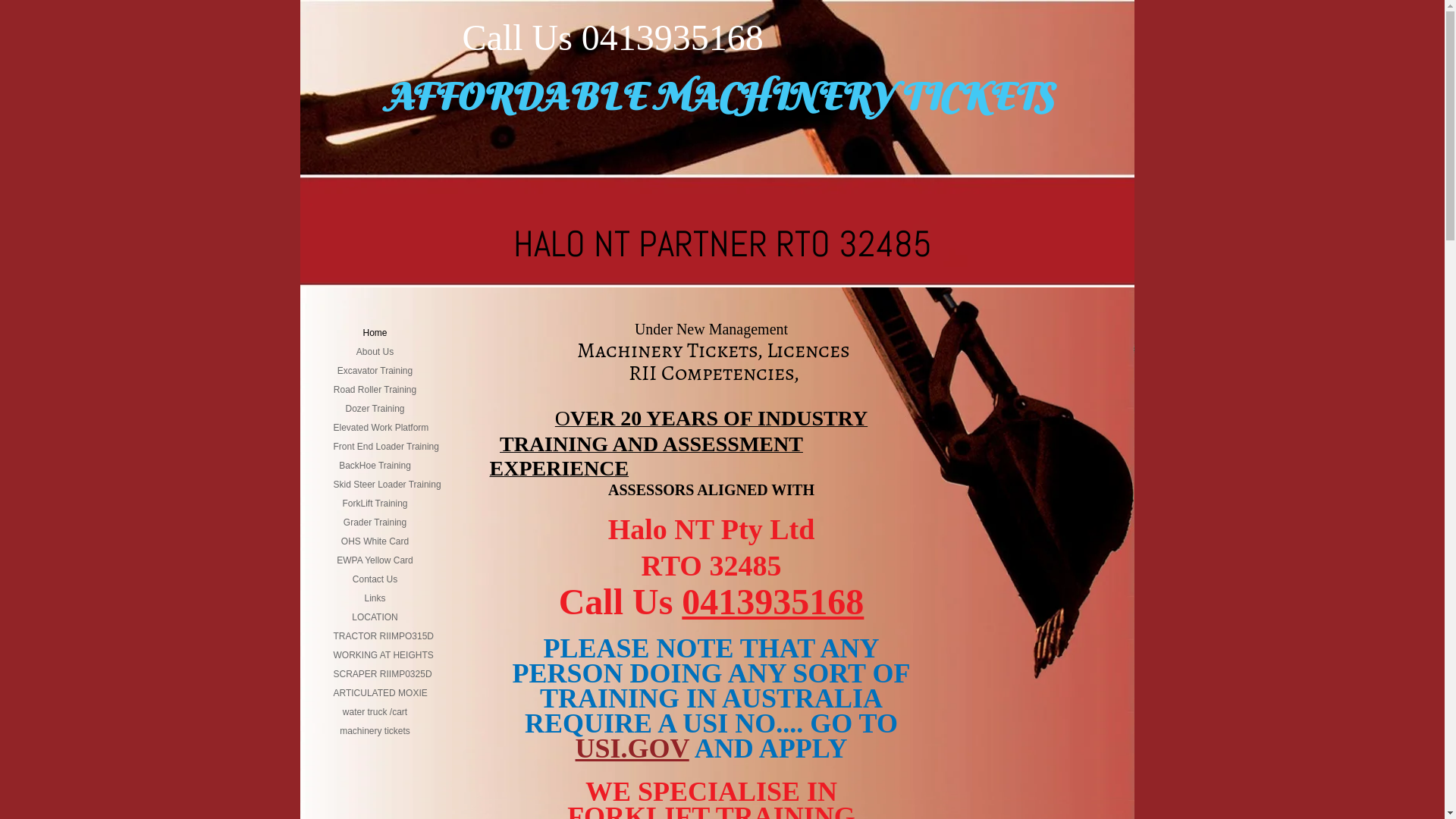 This screenshot has width=1456, height=819. Describe the element at coordinates (375, 730) in the screenshot. I see `'machinery tickets'` at that location.